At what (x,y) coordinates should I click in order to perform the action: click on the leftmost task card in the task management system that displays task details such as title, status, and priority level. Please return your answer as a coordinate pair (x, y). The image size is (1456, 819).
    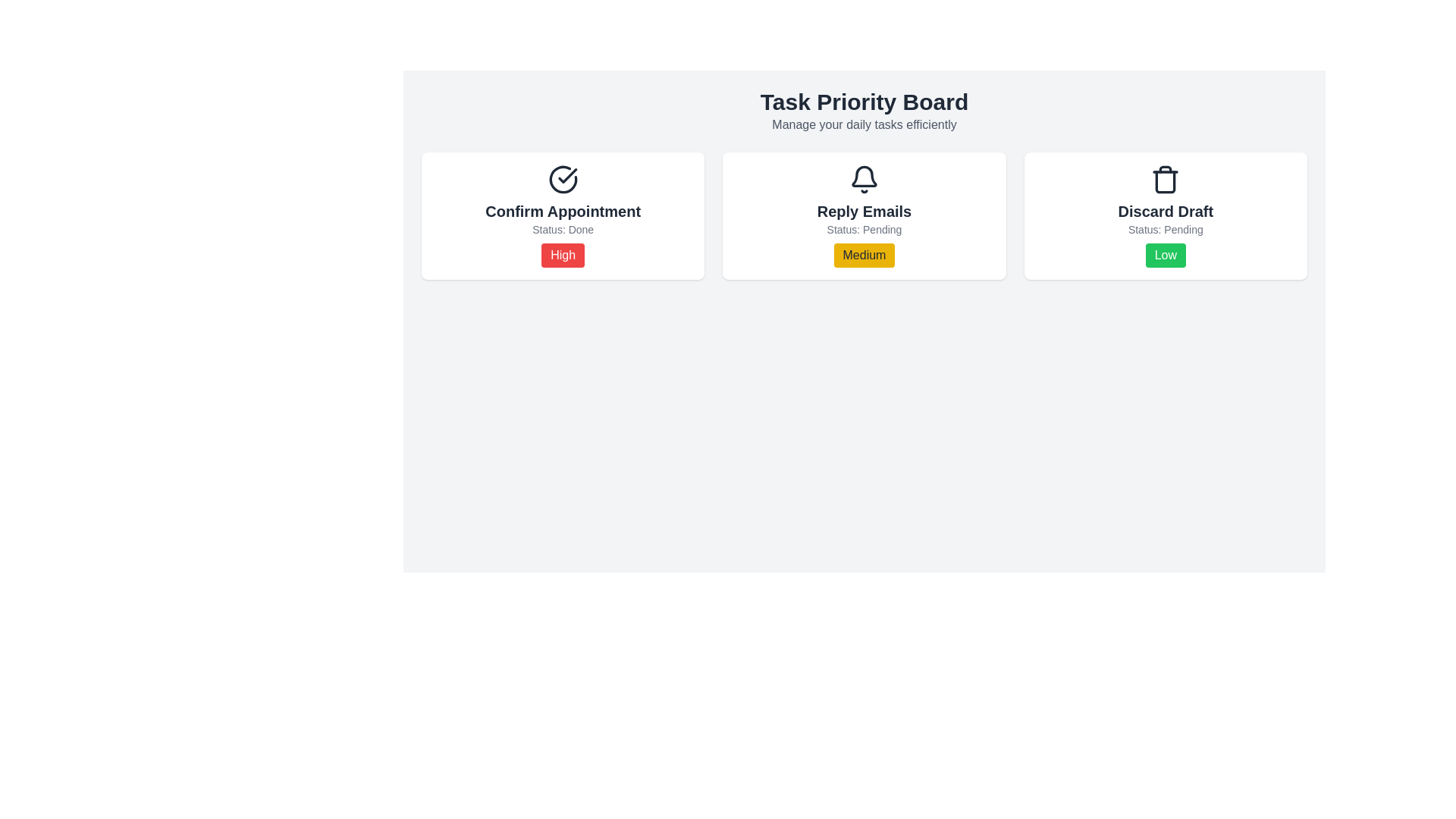
    Looking at the image, I should click on (562, 216).